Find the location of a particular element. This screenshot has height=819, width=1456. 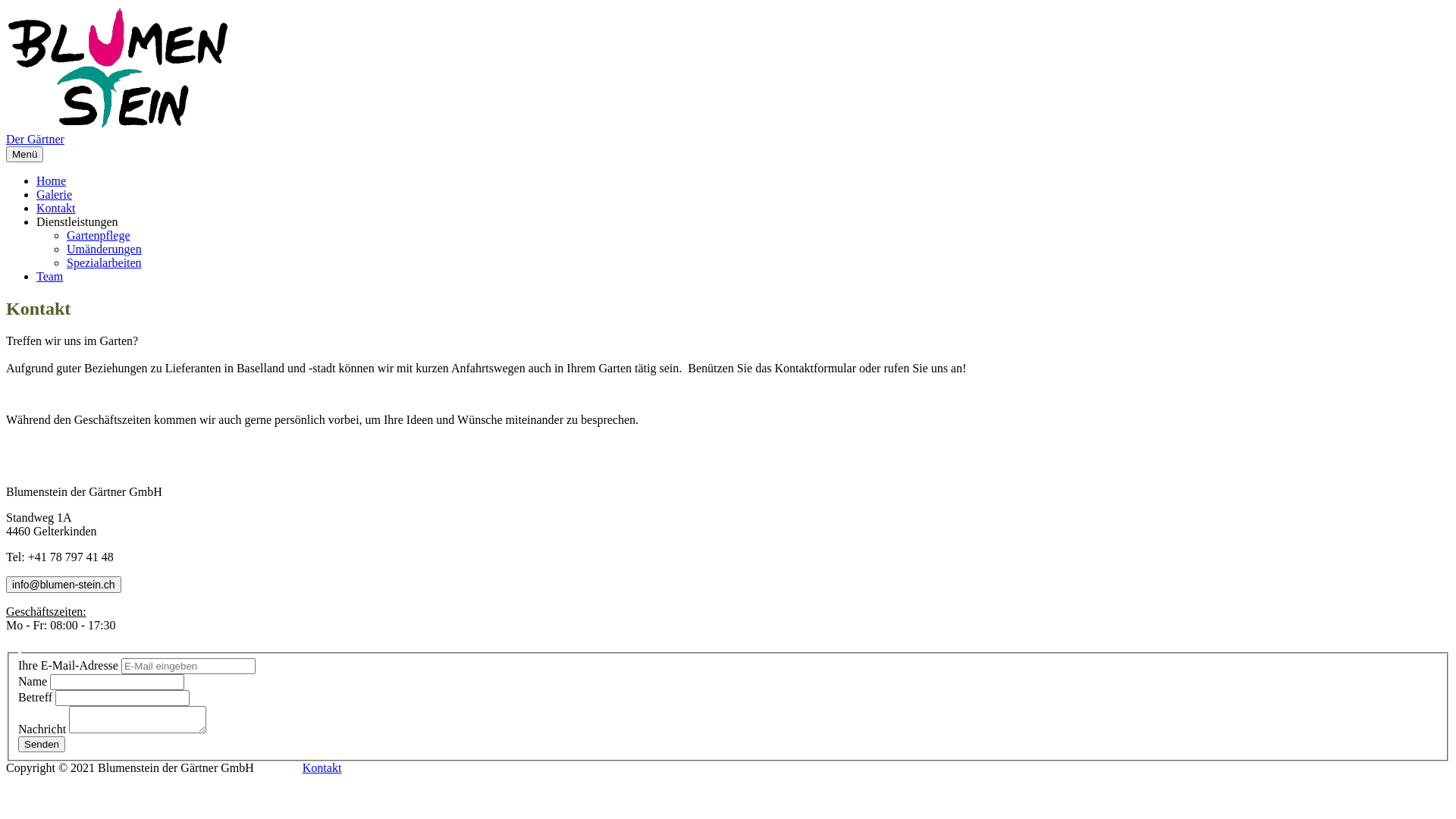

'Senden' is located at coordinates (41, 743).